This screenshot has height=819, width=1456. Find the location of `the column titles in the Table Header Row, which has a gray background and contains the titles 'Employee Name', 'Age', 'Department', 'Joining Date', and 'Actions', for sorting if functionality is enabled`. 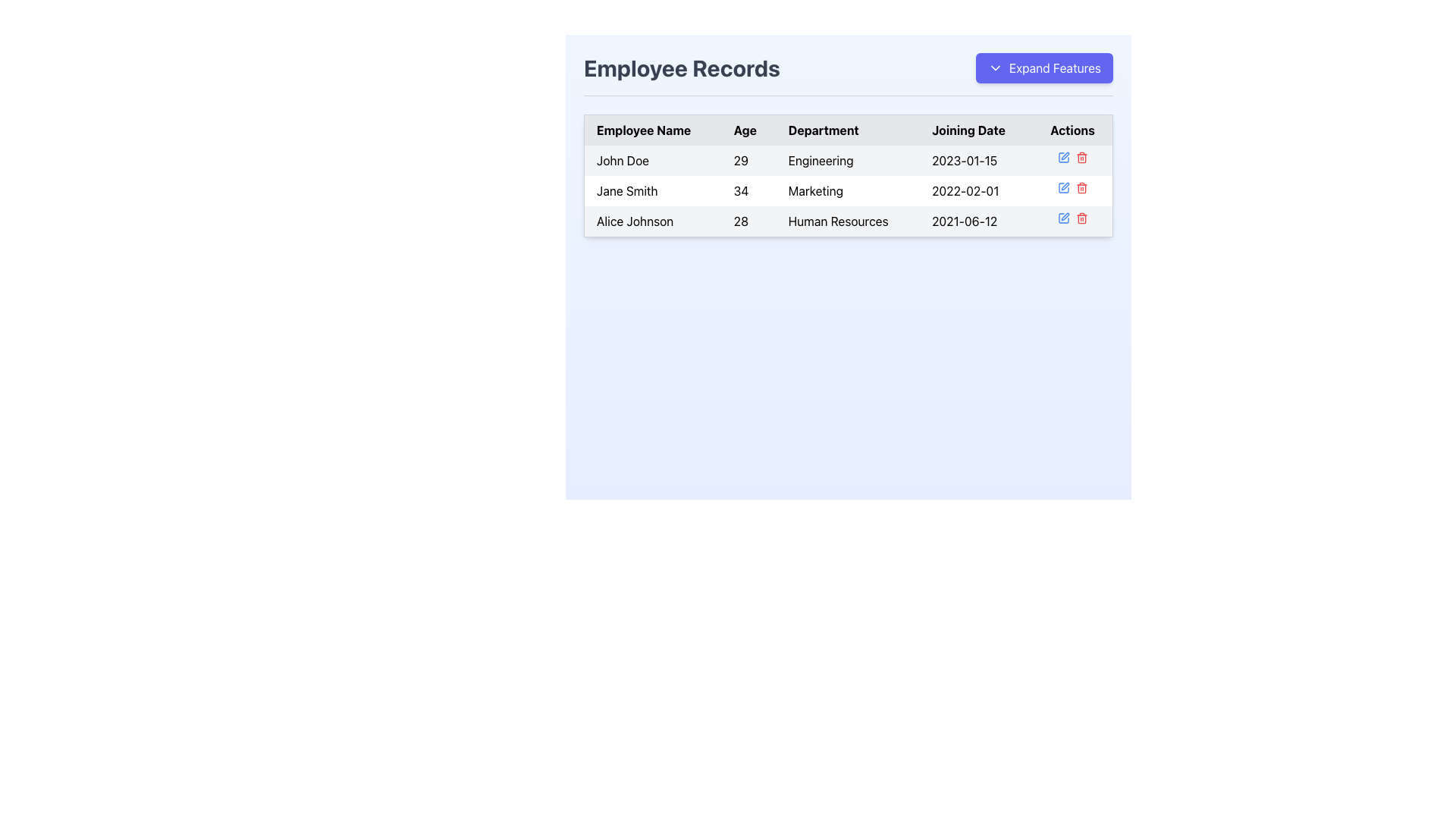

the column titles in the Table Header Row, which has a gray background and contains the titles 'Employee Name', 'Age', 'Department', 'Joining Date', and 'Actions', for sorting if functionality is enabled is located at coordinates (847, 128).